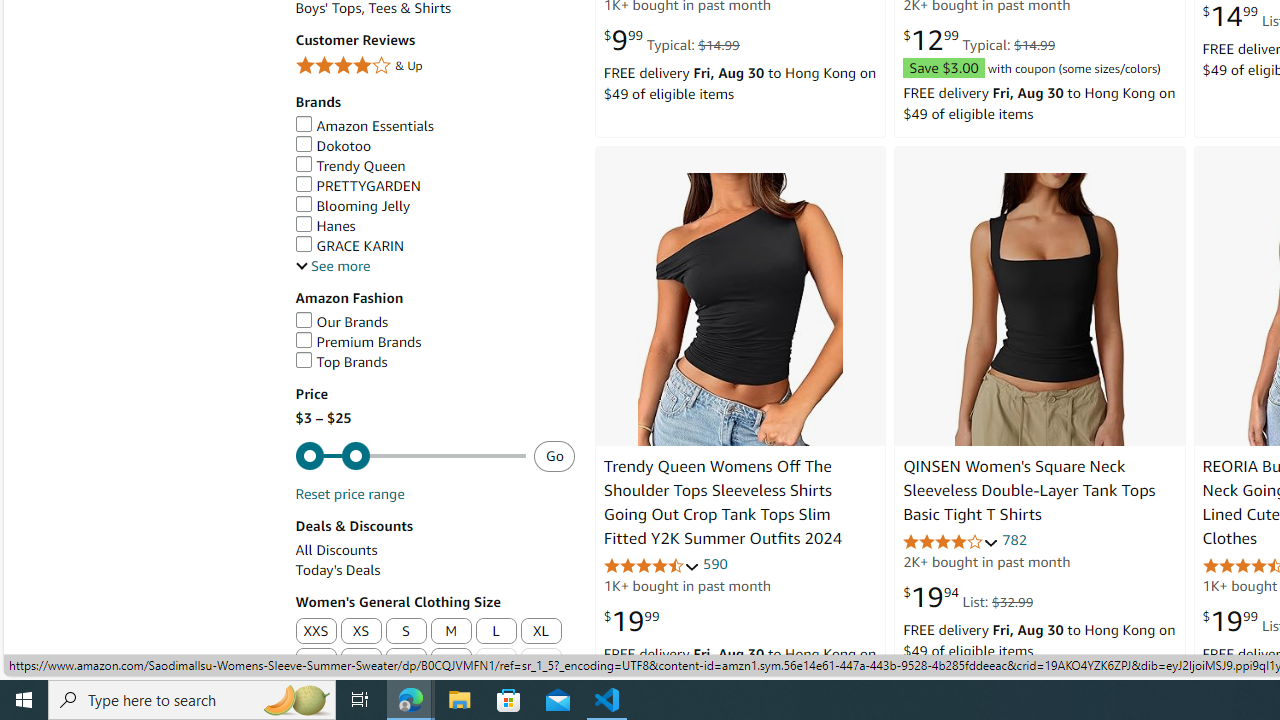 This screenshot has width=1280, height=720. I want to click on 'XL', so click(540, 632).